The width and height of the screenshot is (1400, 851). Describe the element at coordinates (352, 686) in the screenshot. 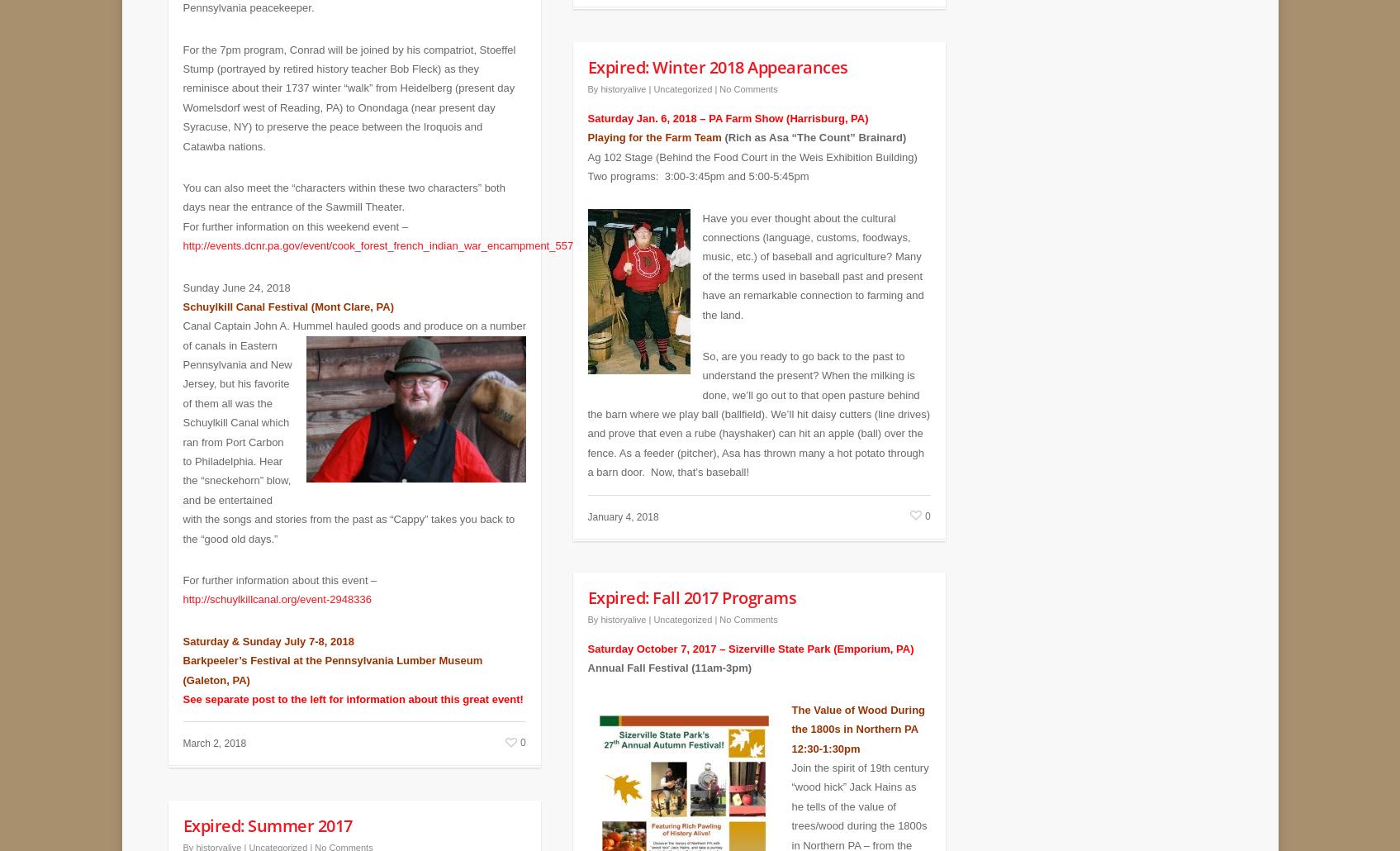

I see `'See separate post to the left for information about this great event!'` at that location.